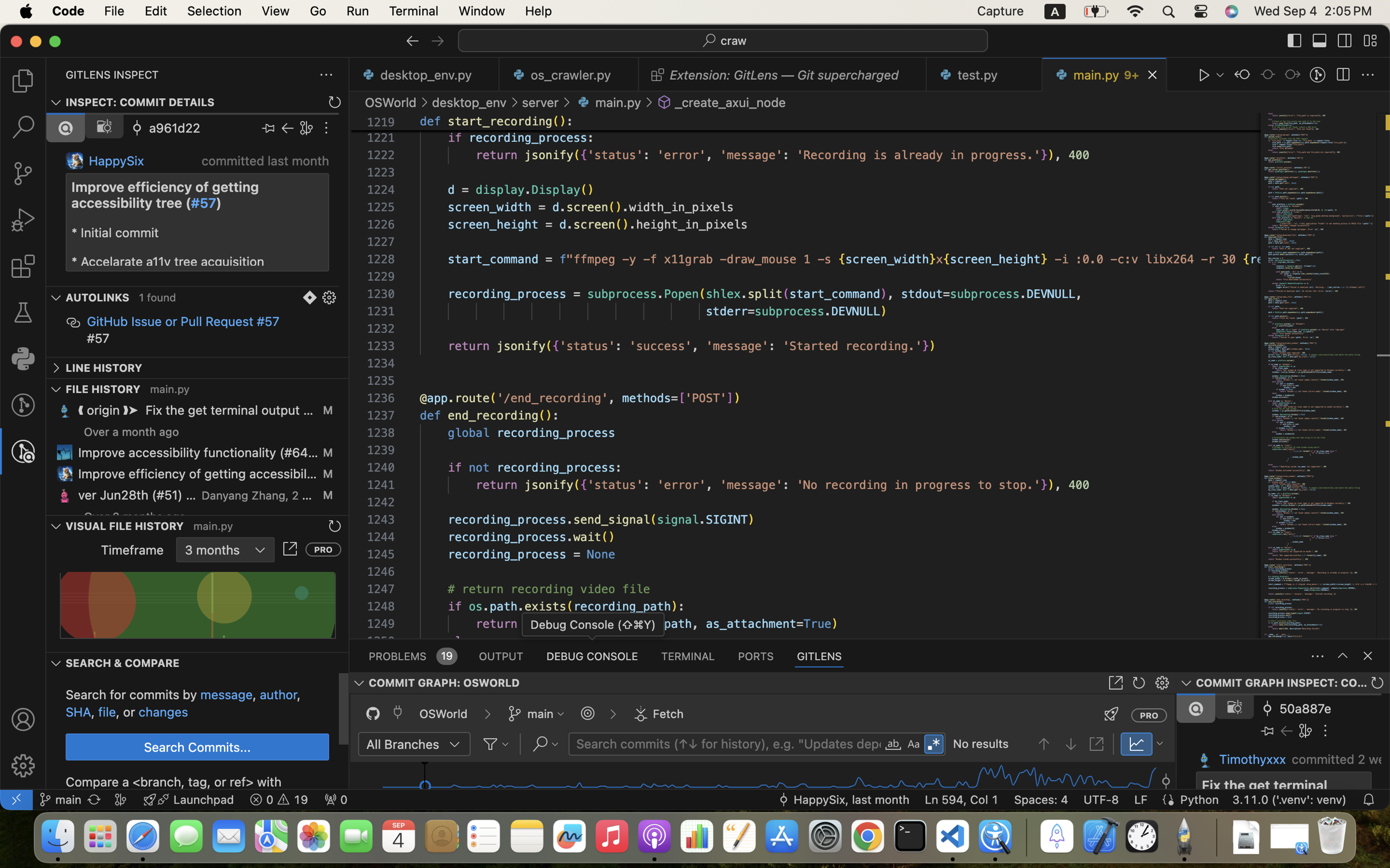 The width and height of the screenshot is (1390, 868). Describe the element at coordinates (1344, 40) in the screenshot. I see `''` at that location.